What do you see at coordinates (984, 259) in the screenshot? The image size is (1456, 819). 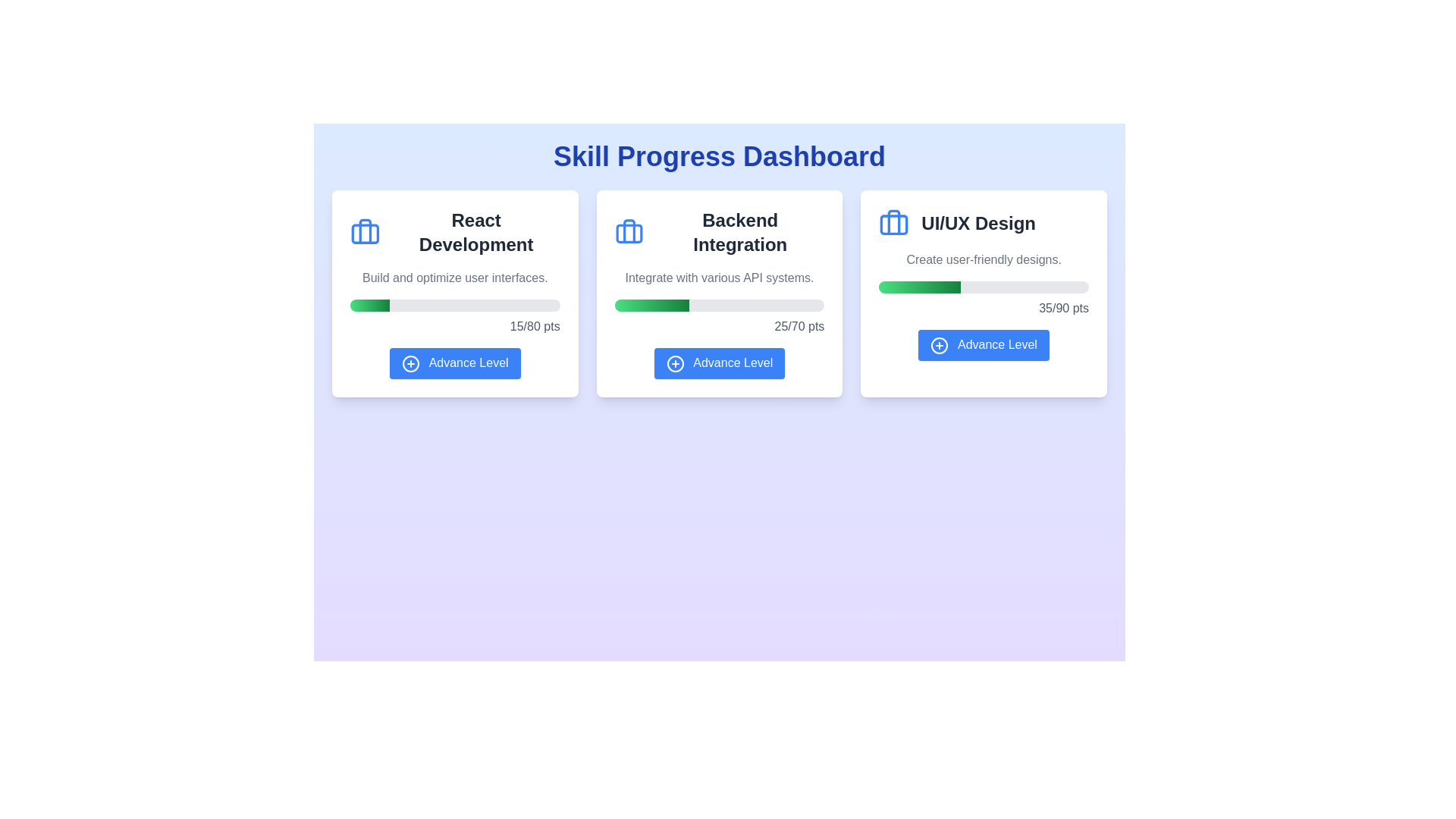 I see `the descriptive text label located on the second line within the 'UI/UX Design' card, positioned near the top of the card` at bounding box center [984, 259].